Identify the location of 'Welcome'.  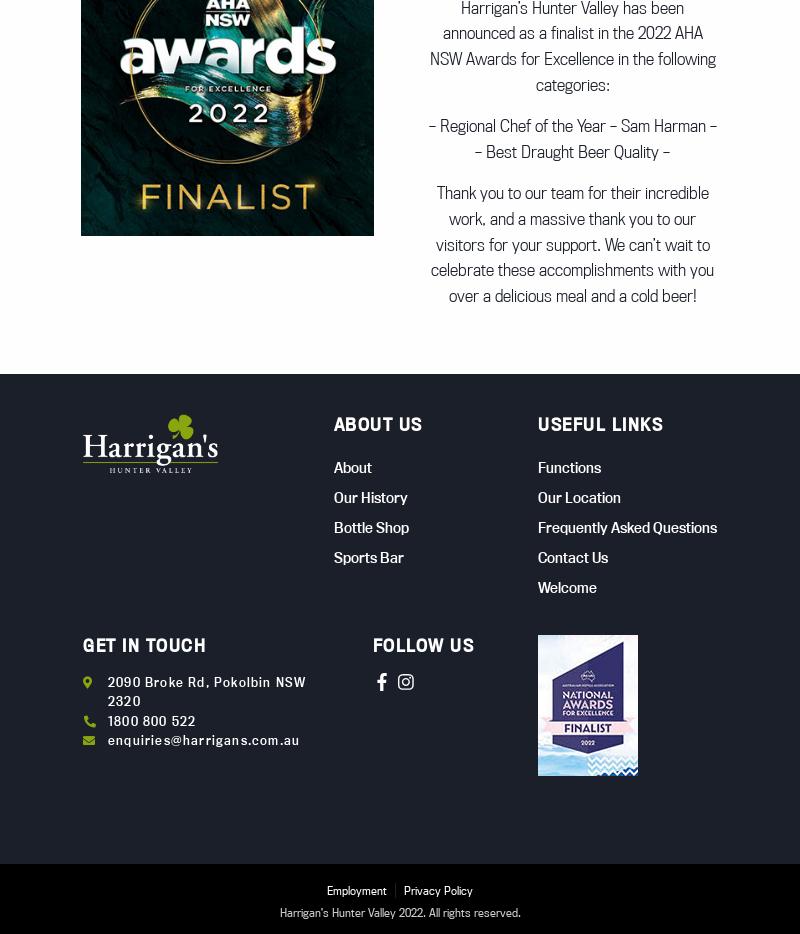
(538, 585).